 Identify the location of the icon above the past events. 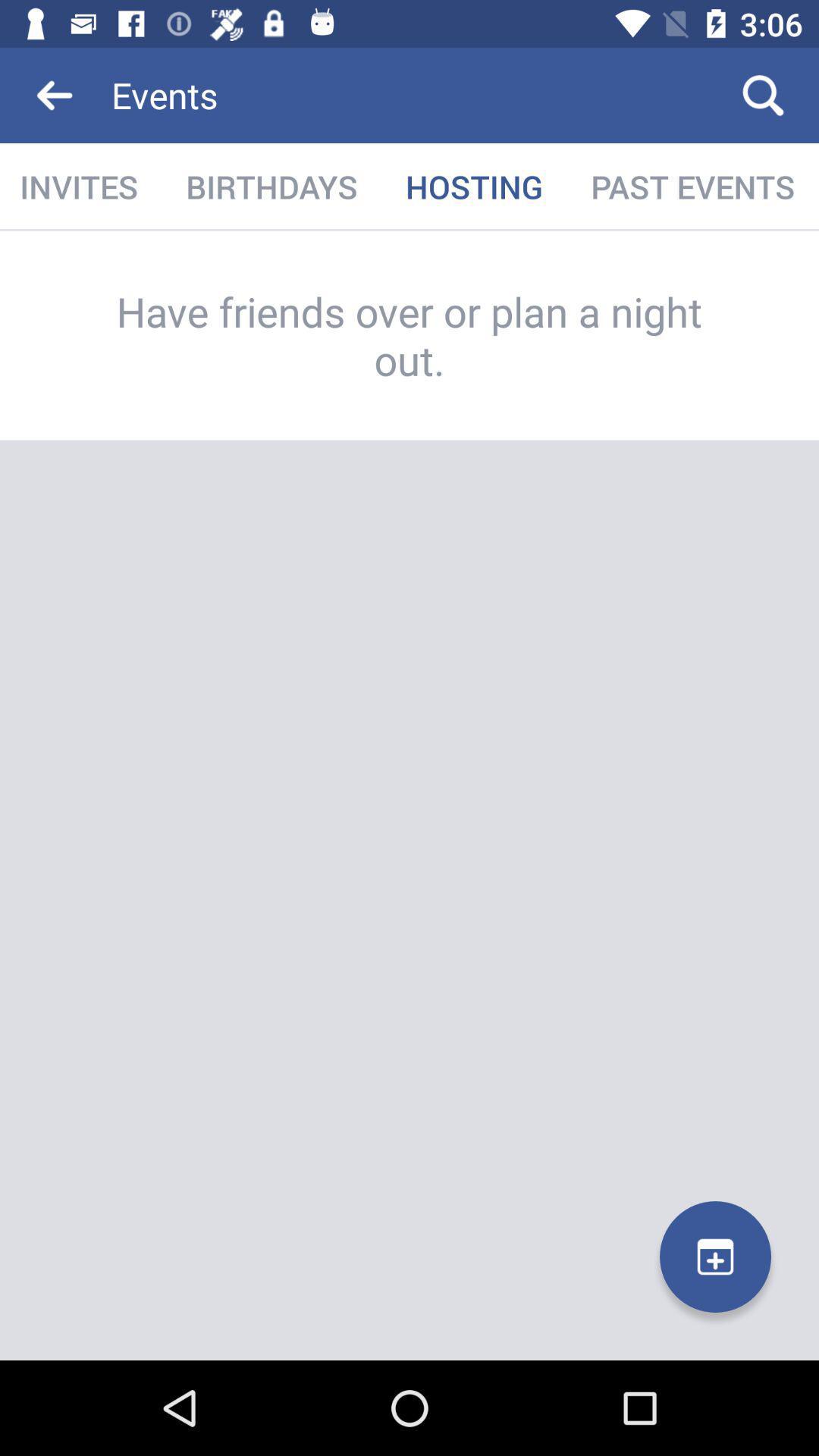
(763, 94).